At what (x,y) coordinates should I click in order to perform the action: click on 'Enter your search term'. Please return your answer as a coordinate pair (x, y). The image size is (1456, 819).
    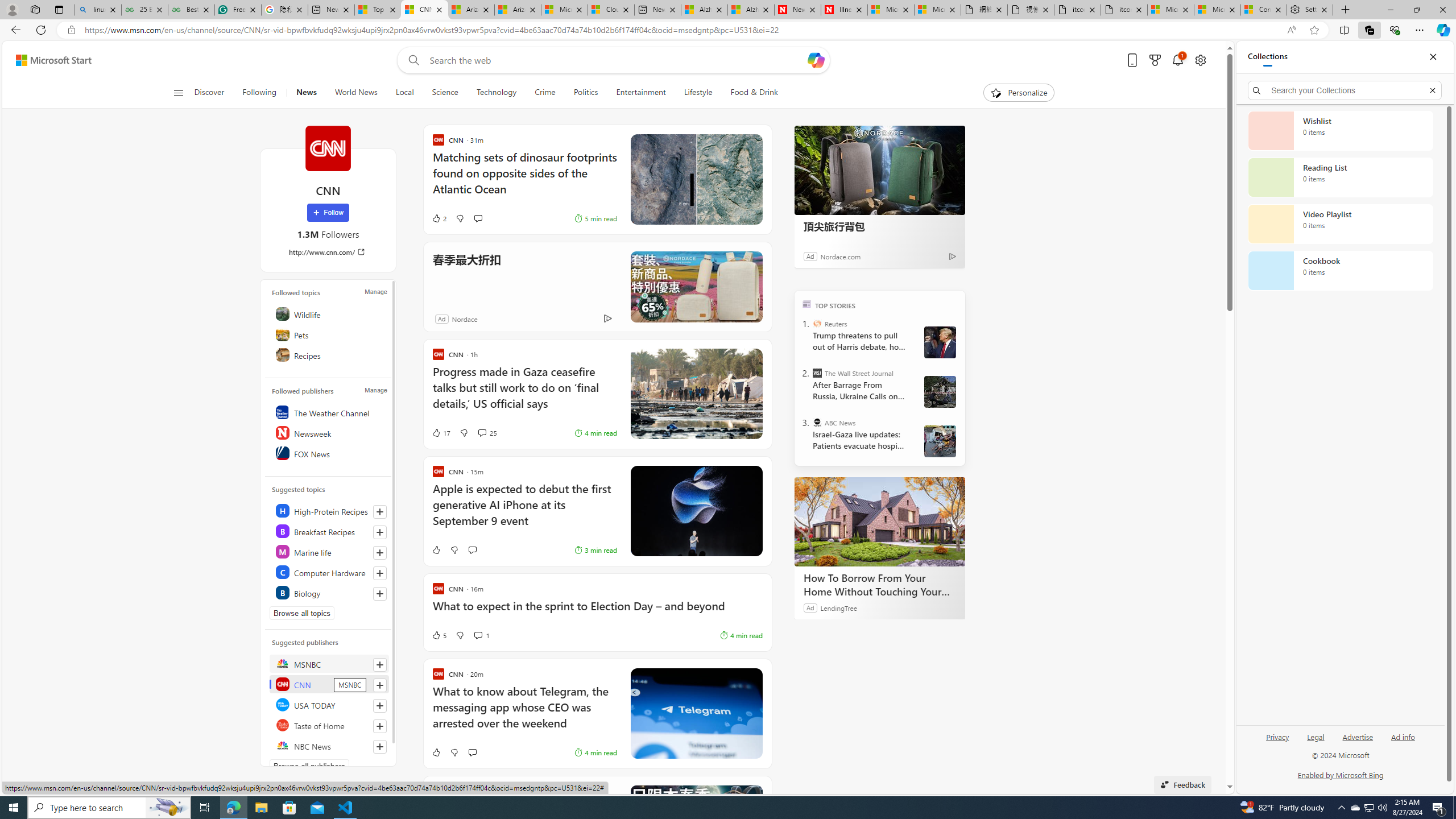
    Looking at the image, I should click on (617, 59).